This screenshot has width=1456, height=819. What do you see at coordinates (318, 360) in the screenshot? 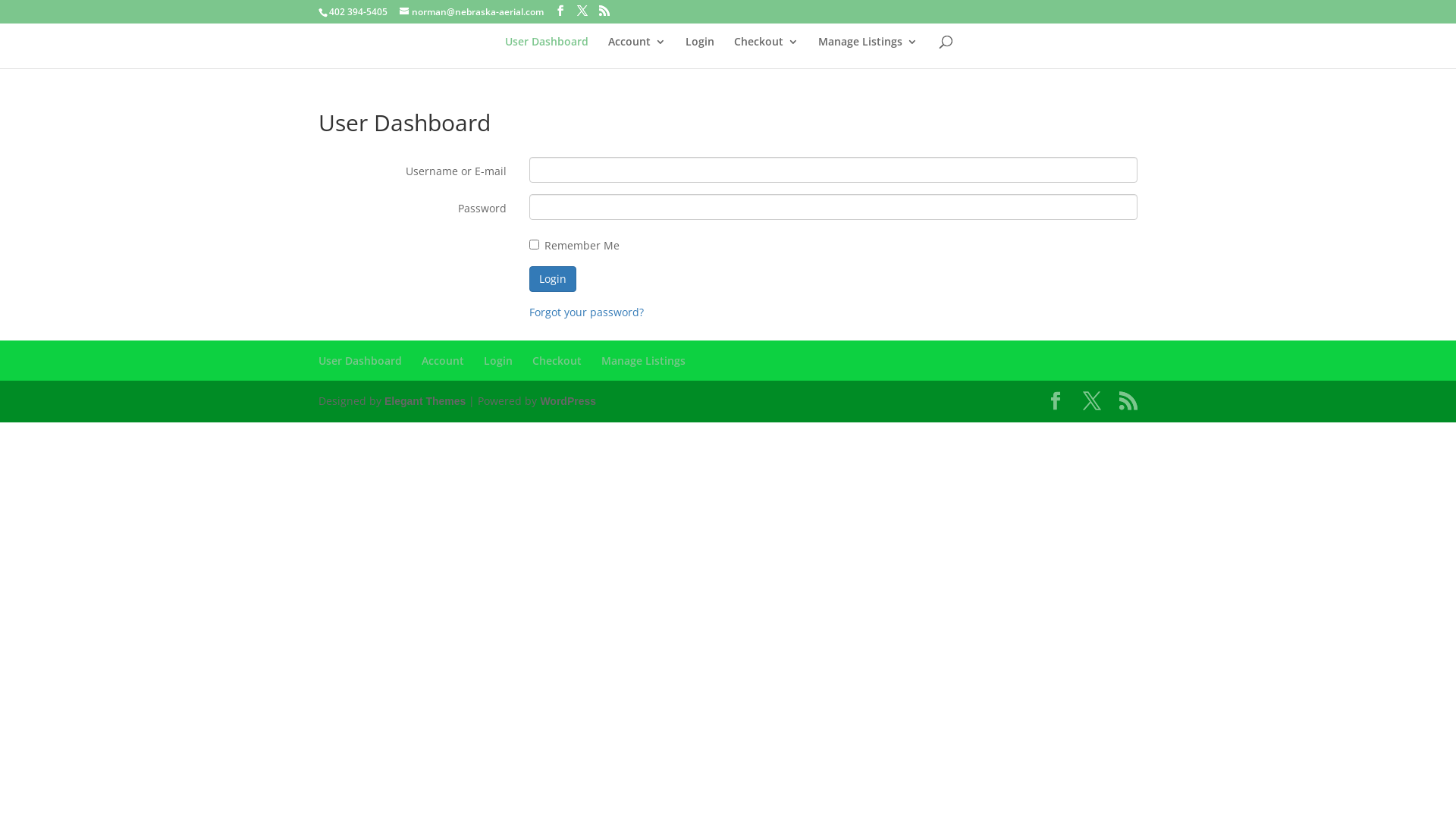
I see `'User Dashboard'` at bounding box center [318, 360].